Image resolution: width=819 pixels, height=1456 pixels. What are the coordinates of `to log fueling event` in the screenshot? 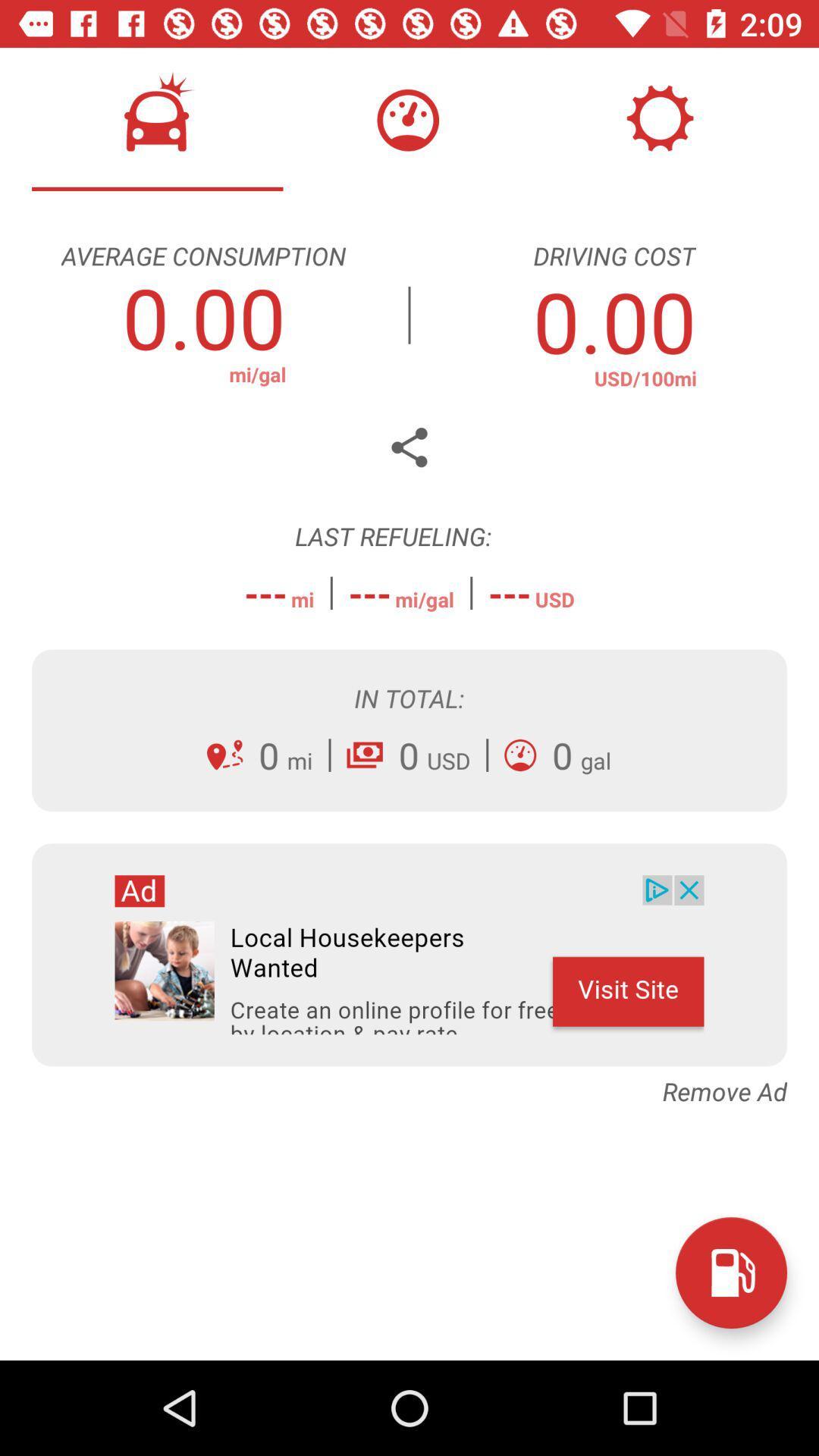 It's located at (730, 1272).